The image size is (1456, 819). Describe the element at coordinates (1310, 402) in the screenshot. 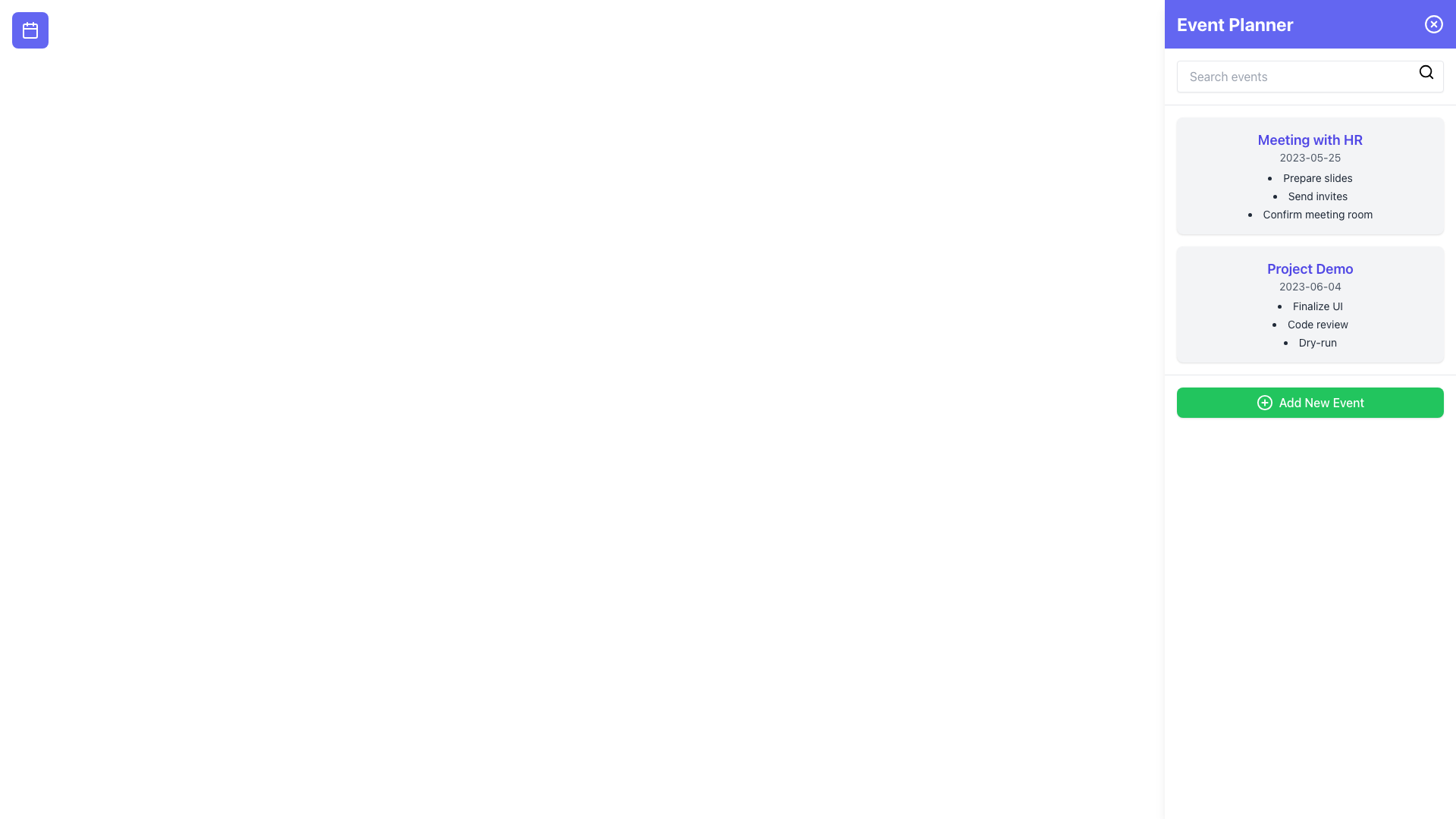

I see `the 'Add New Event' button located at the bottom of the right sidebar, under other event entries` at that location.